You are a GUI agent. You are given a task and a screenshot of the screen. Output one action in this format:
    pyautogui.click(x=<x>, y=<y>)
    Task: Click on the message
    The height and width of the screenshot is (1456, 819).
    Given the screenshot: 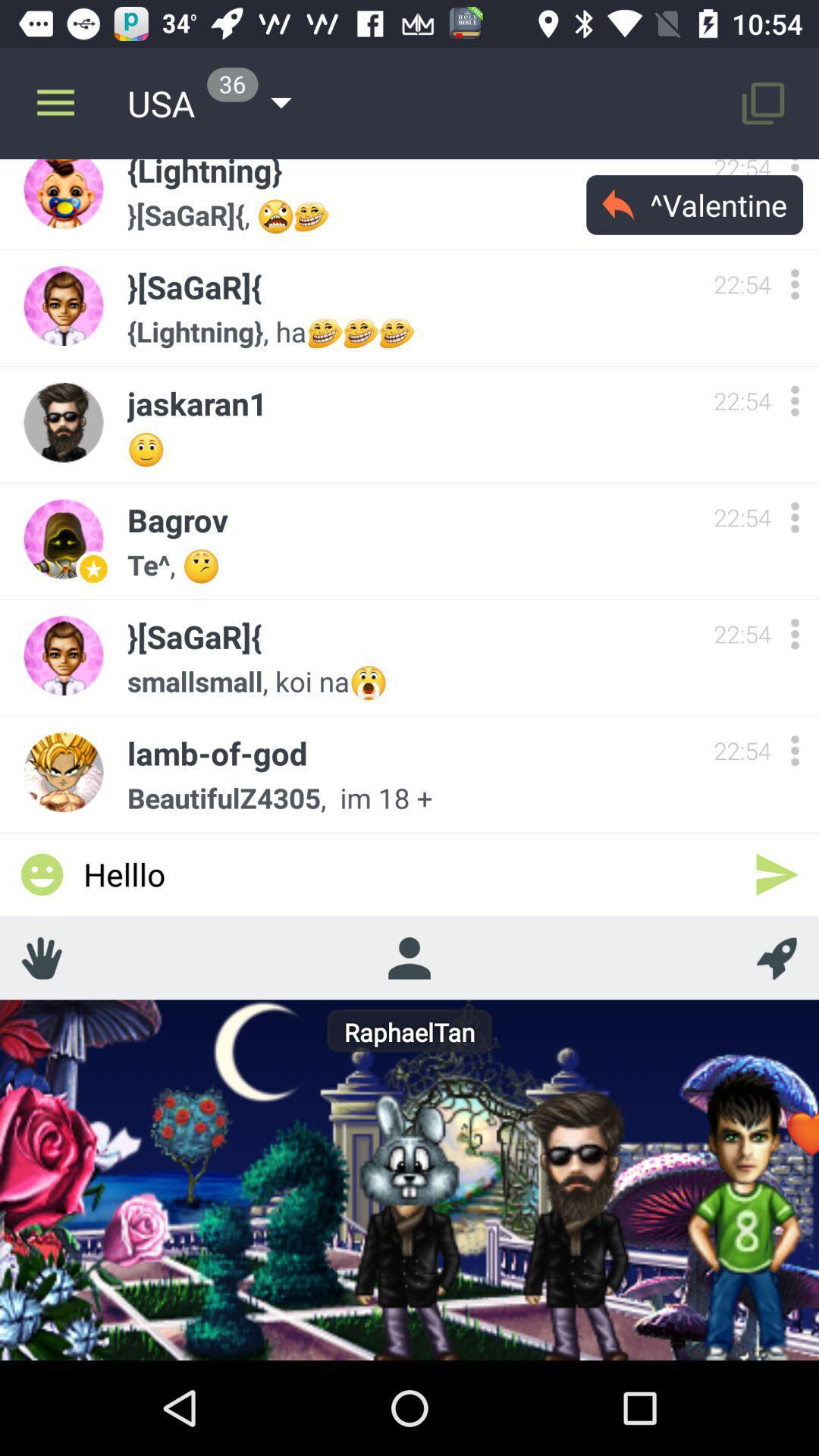 What is the action you would take?
    pyautogui.click(x=777, y=874)
    